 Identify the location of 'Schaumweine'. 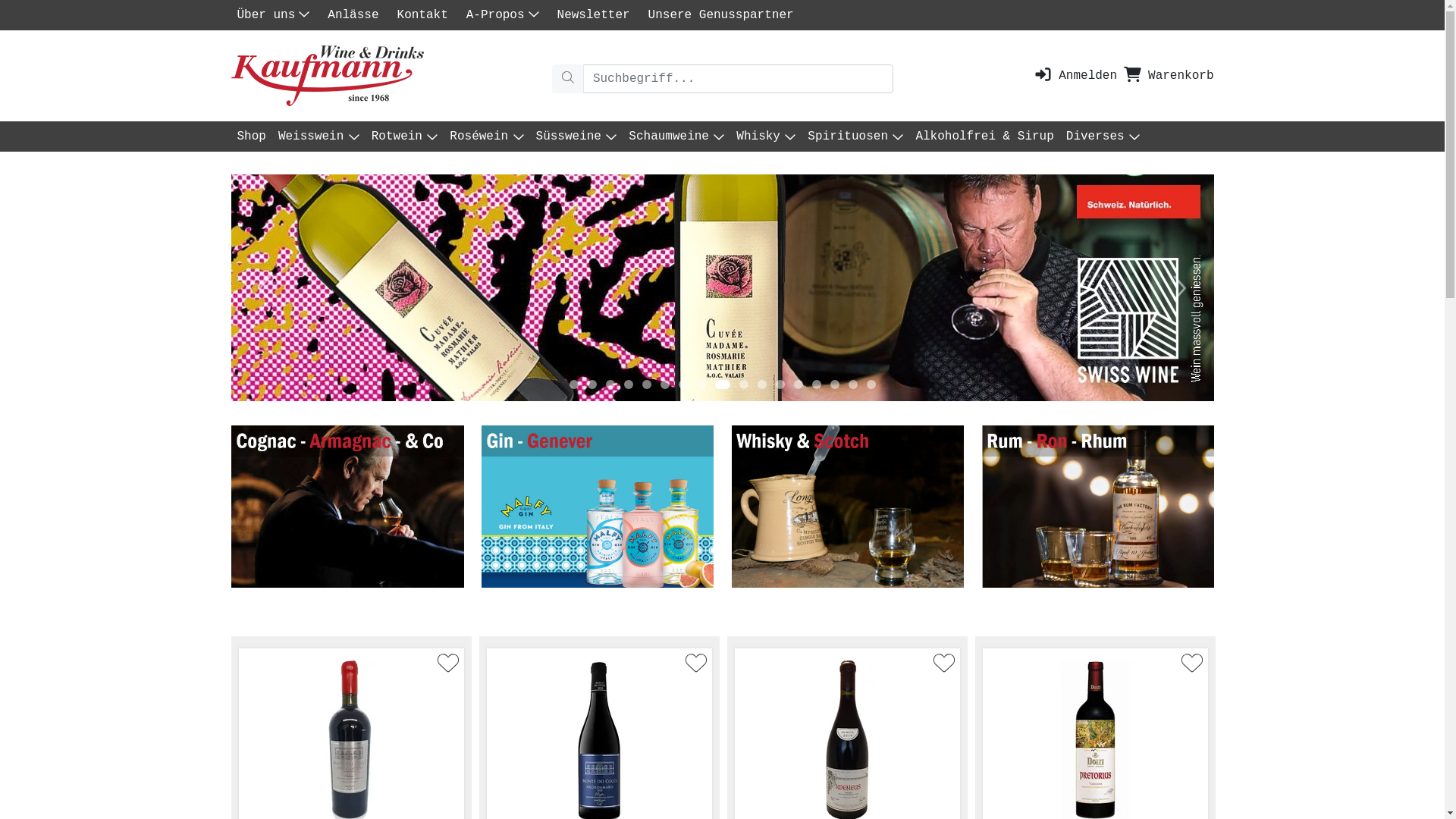
(676, 136).